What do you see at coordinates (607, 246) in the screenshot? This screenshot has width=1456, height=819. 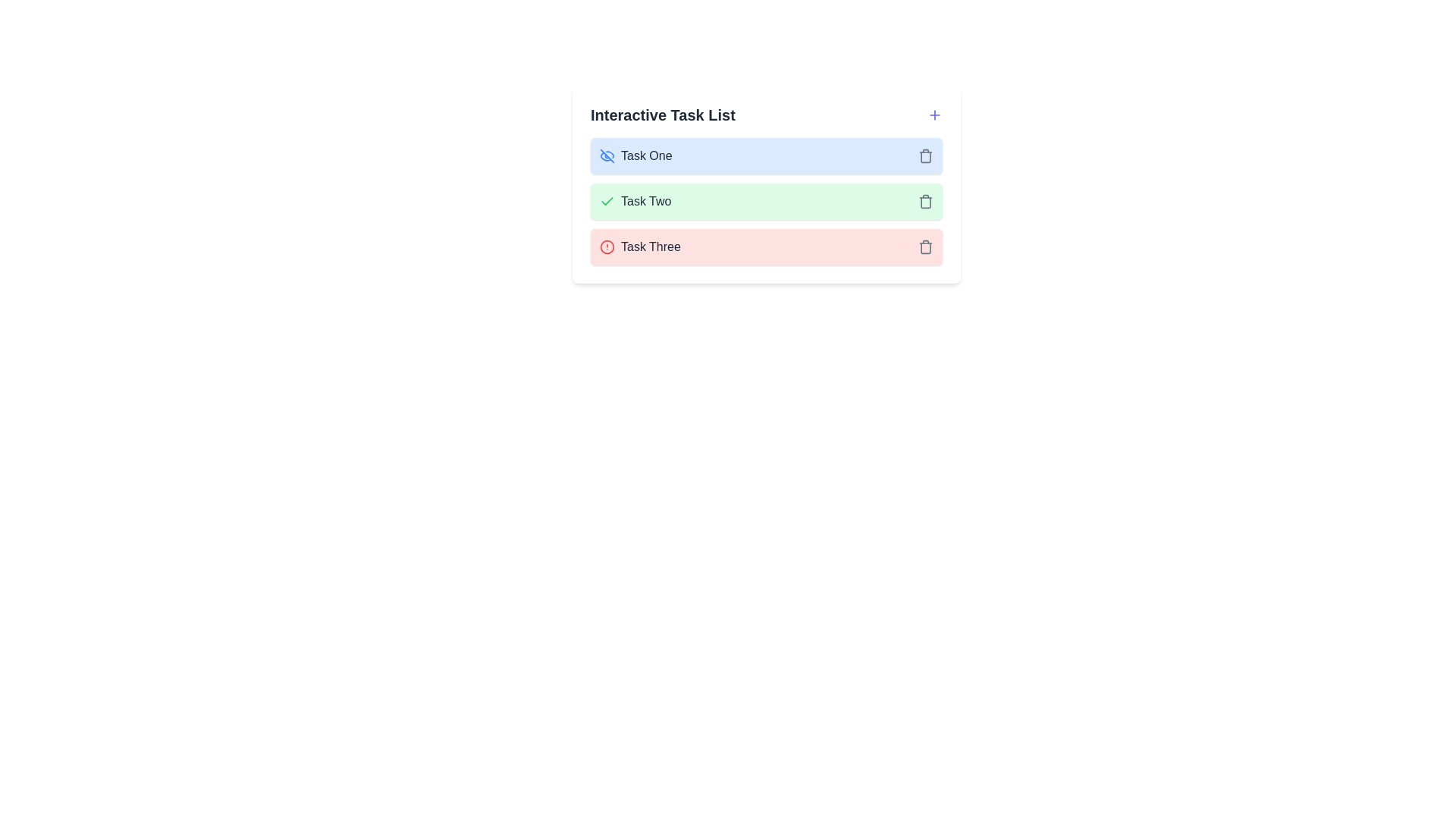 I see `the status indicator icon for 'Task Three'` at bounding box center [607, 246].